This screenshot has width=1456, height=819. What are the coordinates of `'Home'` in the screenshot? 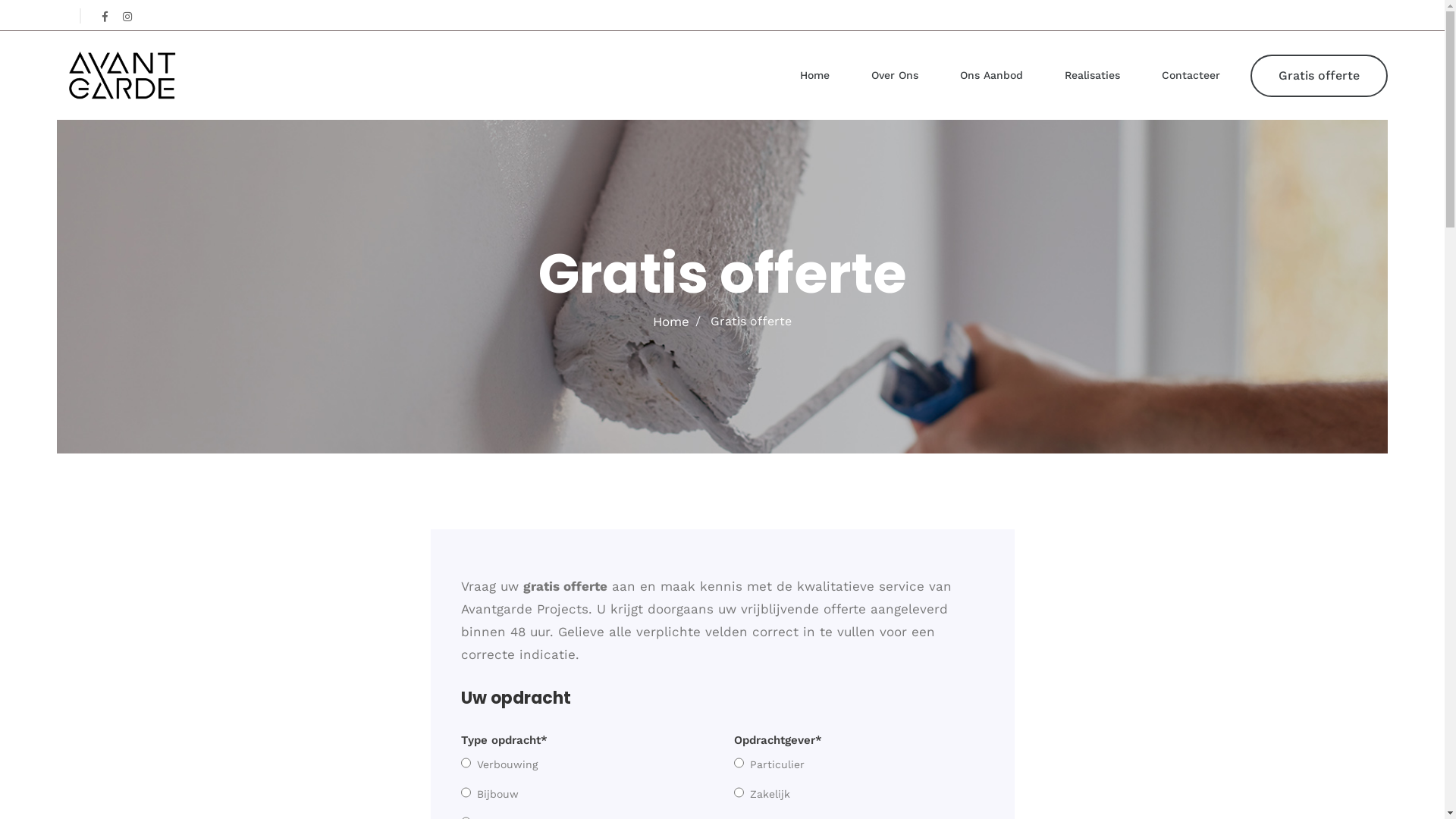 It's located at (670, 321).